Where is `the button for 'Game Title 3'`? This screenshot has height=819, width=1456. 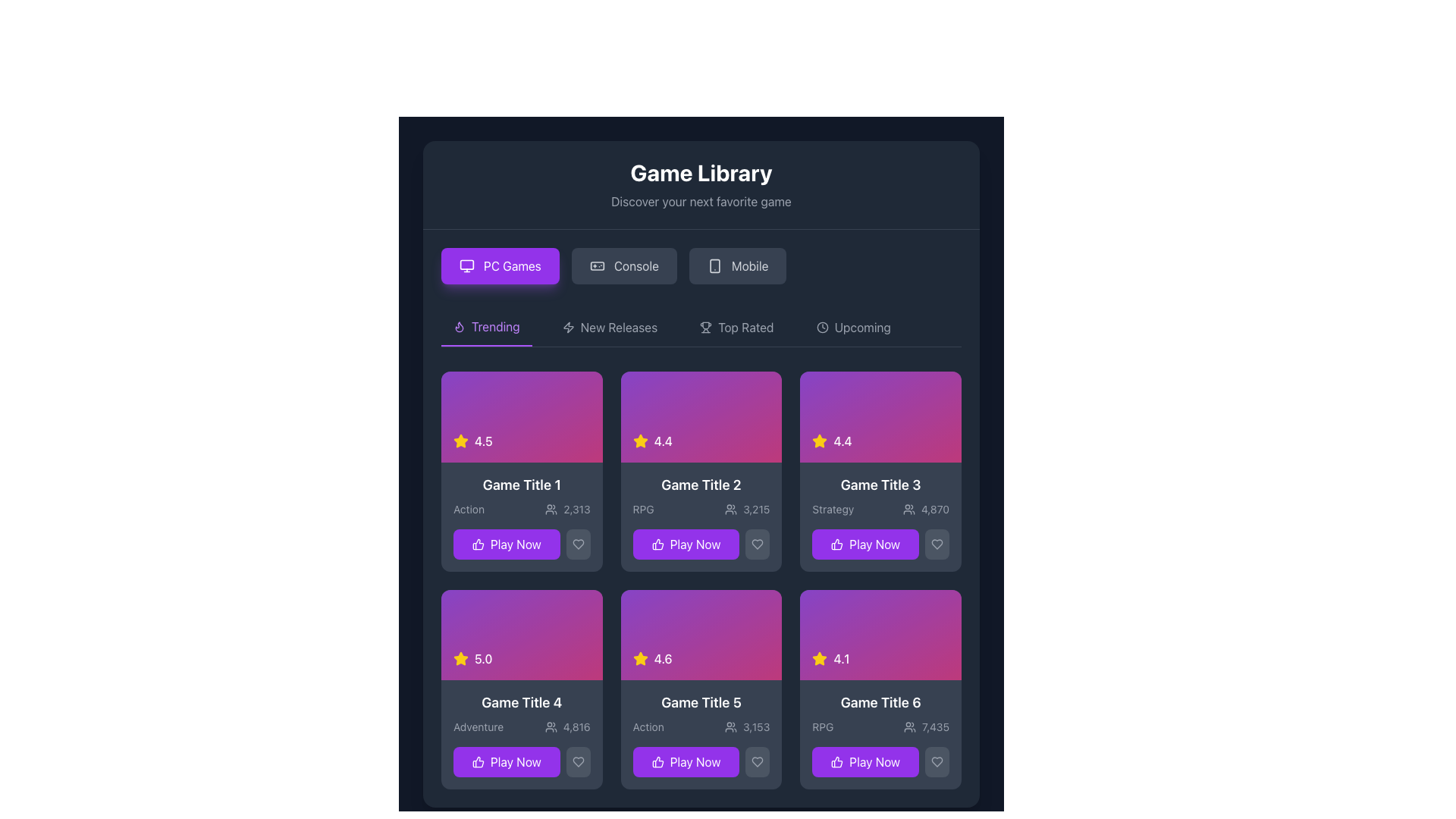 the button for 'Game Title 3' is located at coordinates (865, 543).